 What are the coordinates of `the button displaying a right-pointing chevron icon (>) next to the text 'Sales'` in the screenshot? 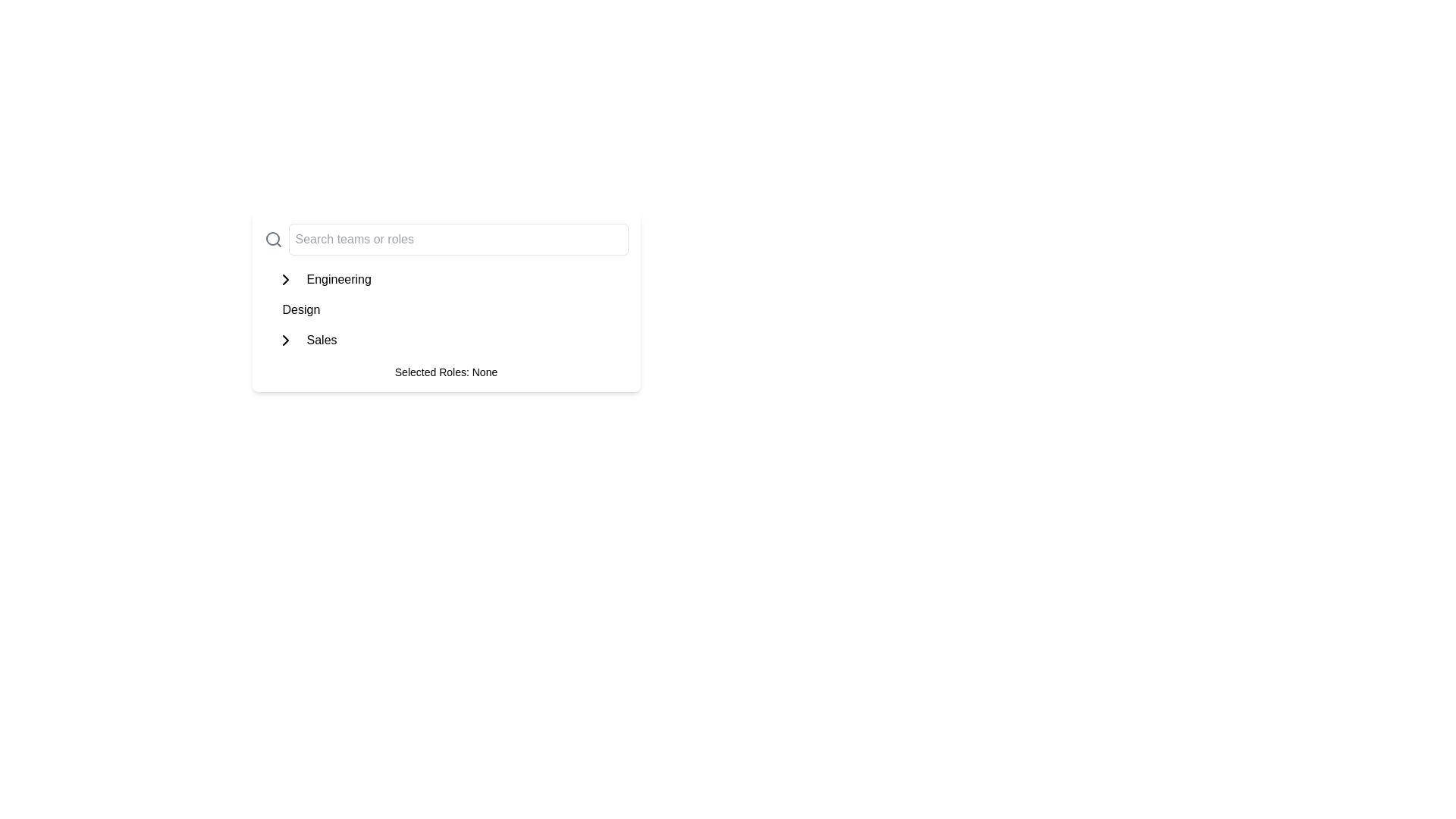 It's located at (285, 339).